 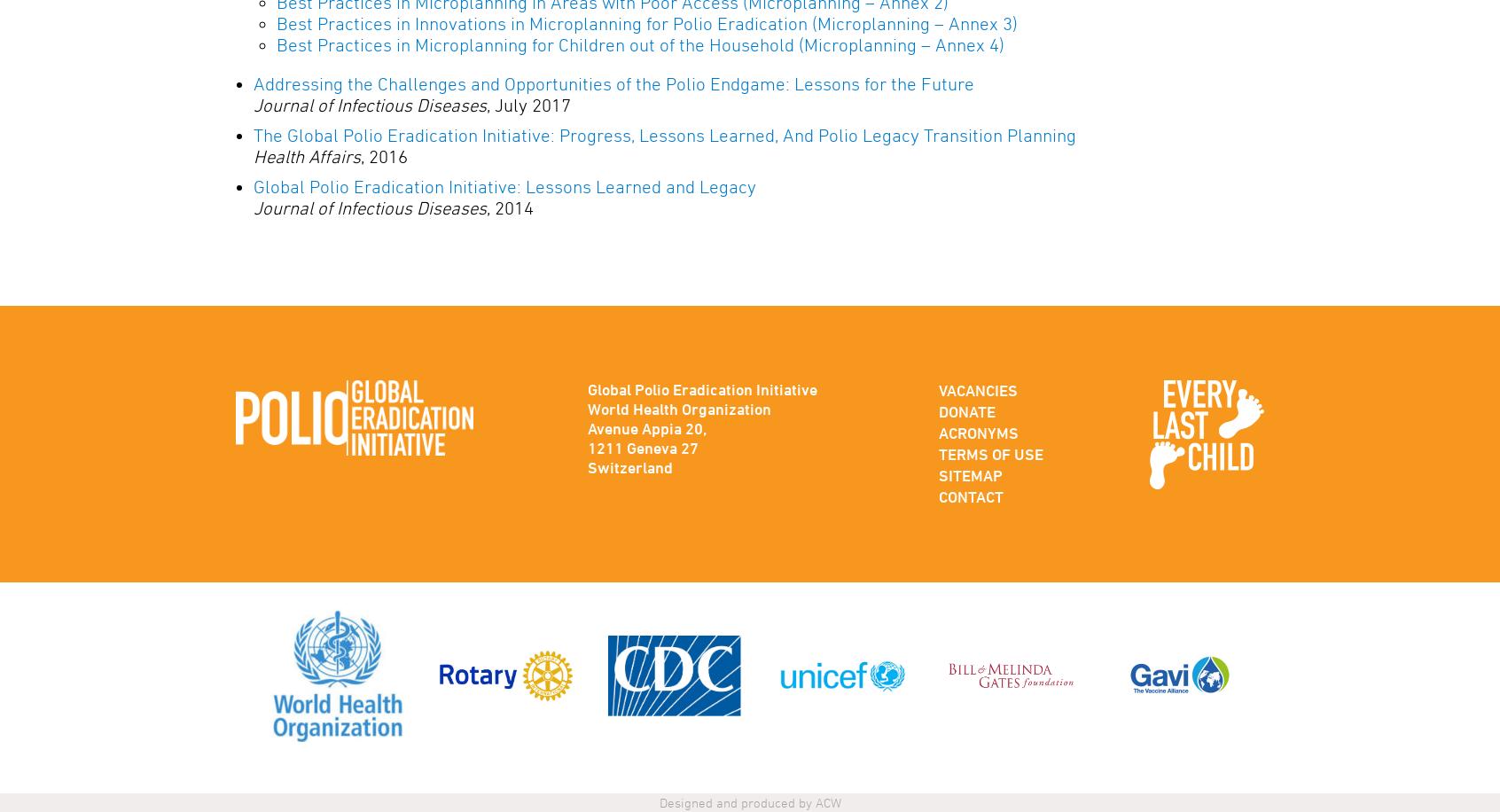 I want to click on 'Global Polio Eradication Initiative', so click(x=587, y=388).